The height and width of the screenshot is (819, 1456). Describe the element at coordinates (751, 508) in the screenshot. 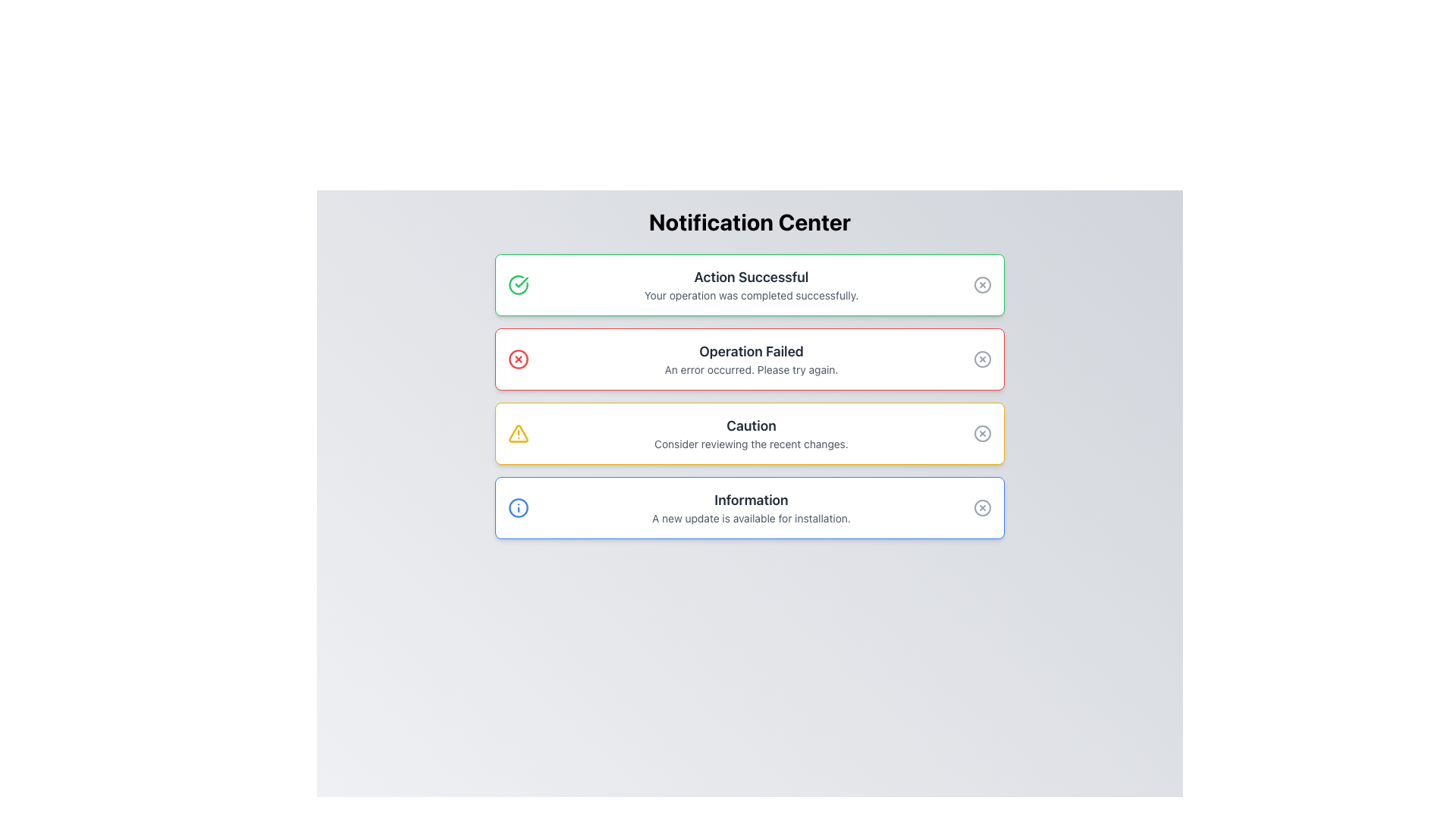

I see `the text block displaying the title 'Information' and description 'A new update is available for installation.' located in the last notification card` at that location.